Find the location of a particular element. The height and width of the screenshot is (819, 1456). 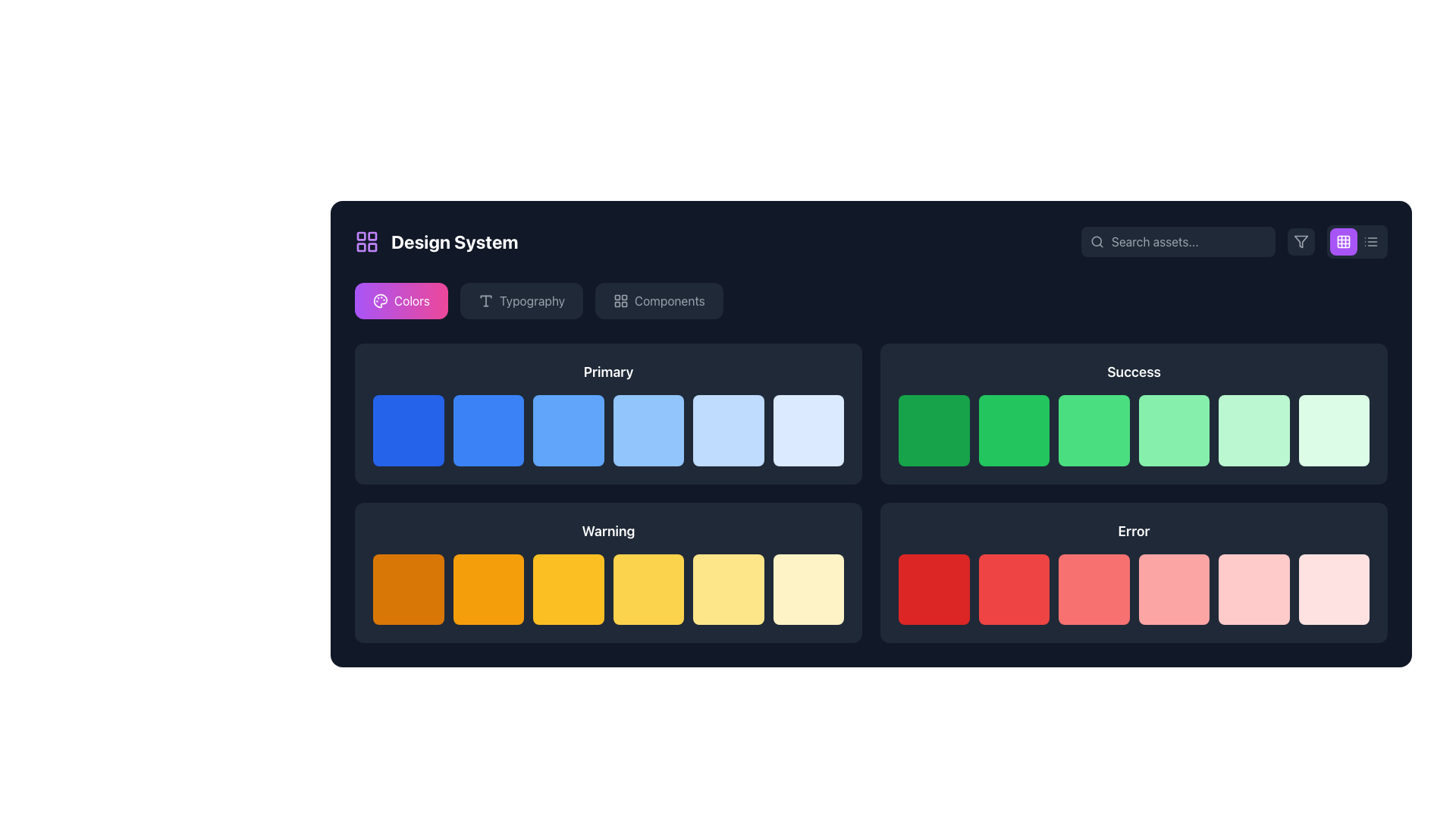

the top-left square of the grid icon, which visually represents the grid view feature in the navigation area is located at coordinates (1343, 241).